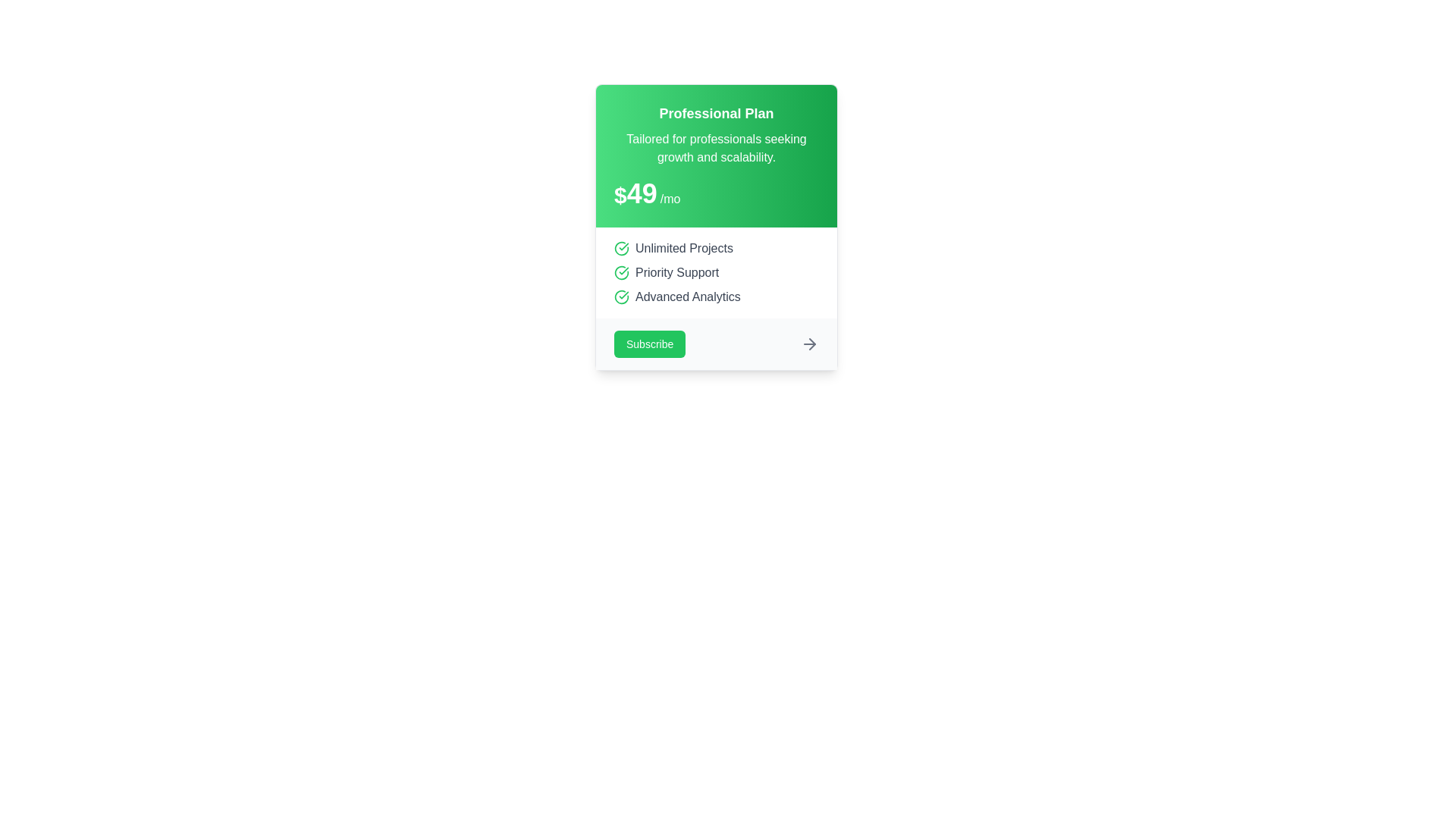  What do you see at coordinates (622, 247) in the screenshot?
I see `the icon that visually denotes a feature included in the Professional Plan, located to the left of the text 'Unlimited Projects'` at bounding box center [622, 247].